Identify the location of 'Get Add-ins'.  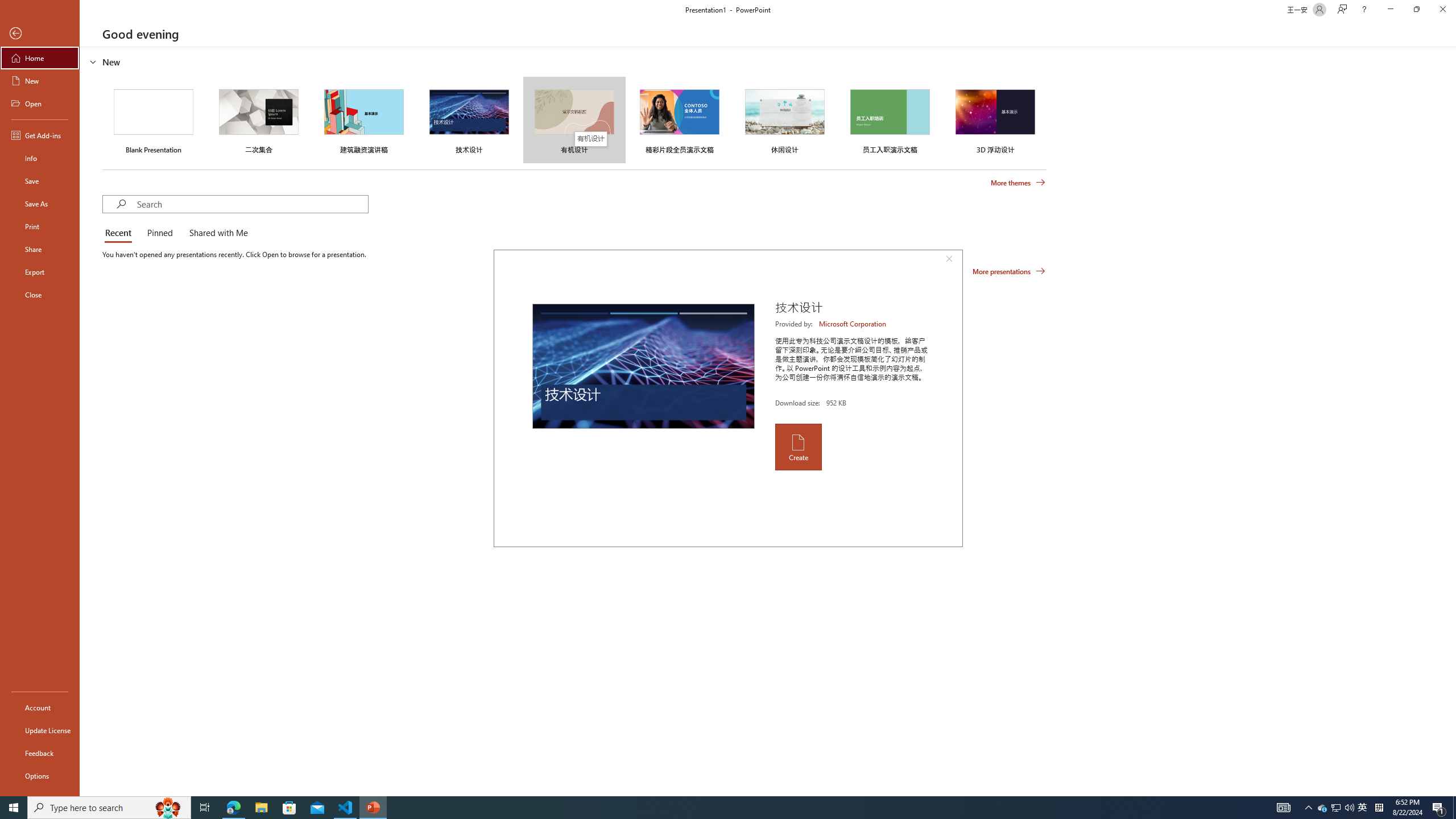
(39, 135).